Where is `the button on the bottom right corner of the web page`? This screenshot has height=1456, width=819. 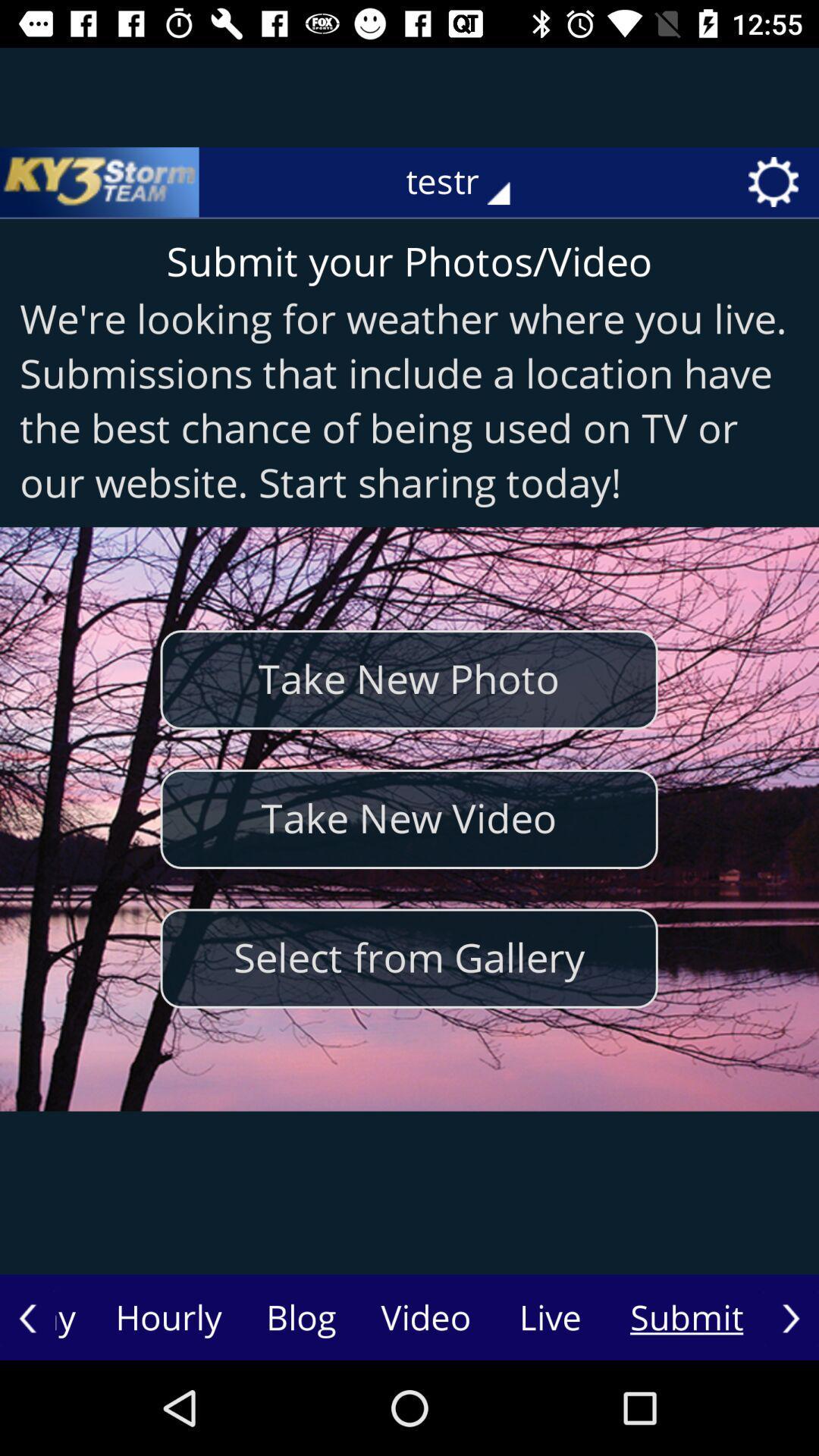 the button on the bottom right corner of the web page is located at coordinates (790, 1317).